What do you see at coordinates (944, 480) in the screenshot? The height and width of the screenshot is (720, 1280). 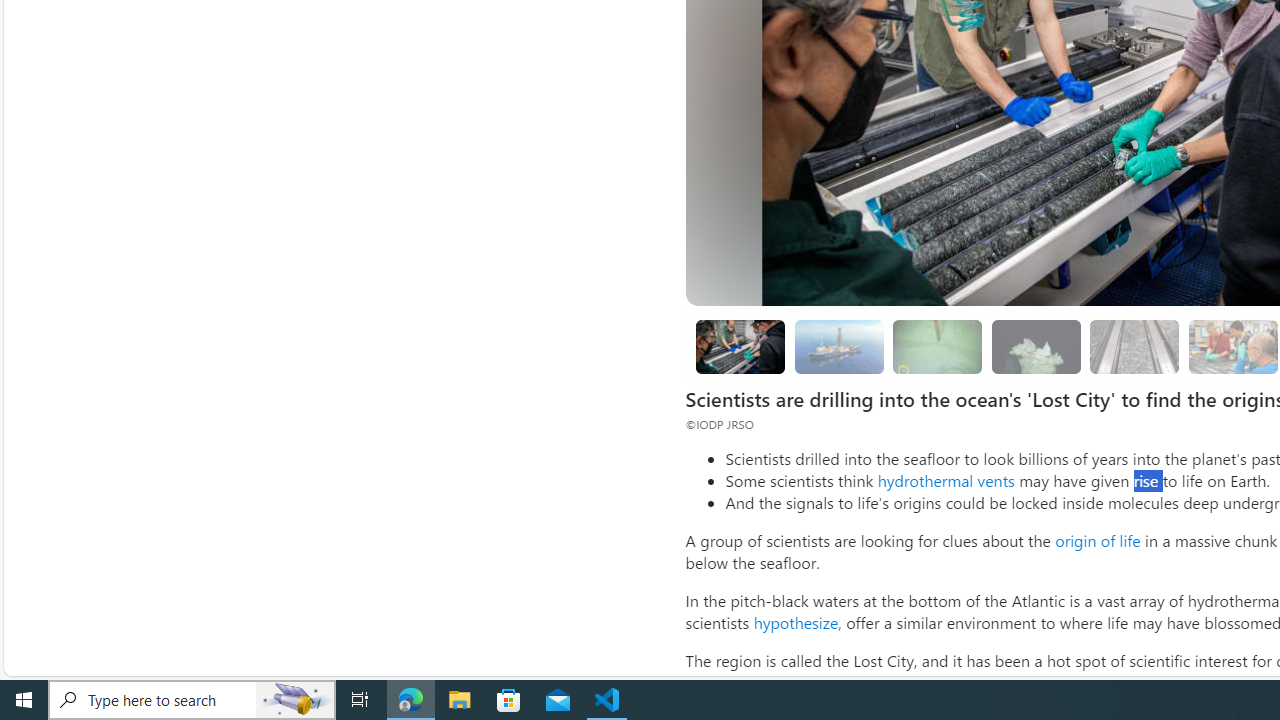 I see `'hydrothermal vents'` at bounding box center [944, 480].